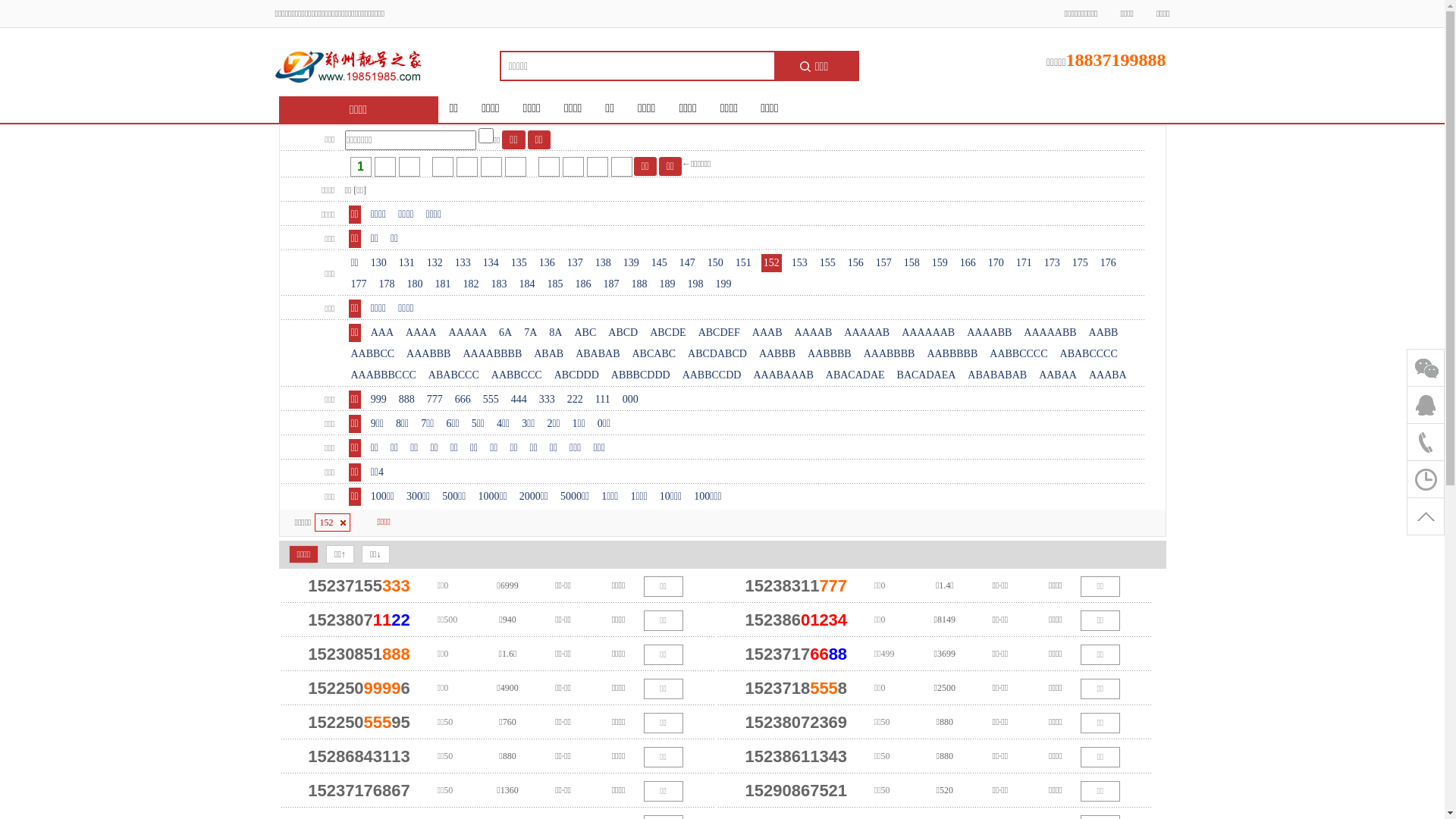  I want to click on 'AABBCCCC', so click(1018, 353).